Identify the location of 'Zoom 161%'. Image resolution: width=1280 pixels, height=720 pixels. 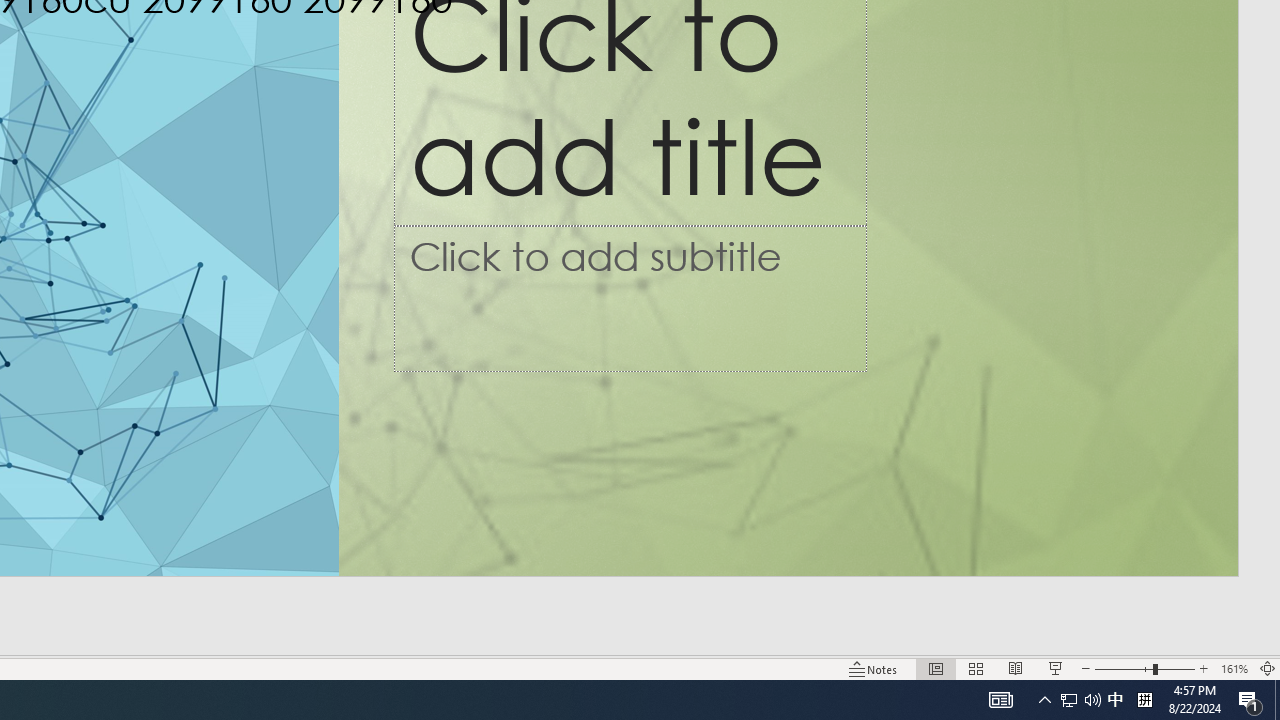
(1233, 669).